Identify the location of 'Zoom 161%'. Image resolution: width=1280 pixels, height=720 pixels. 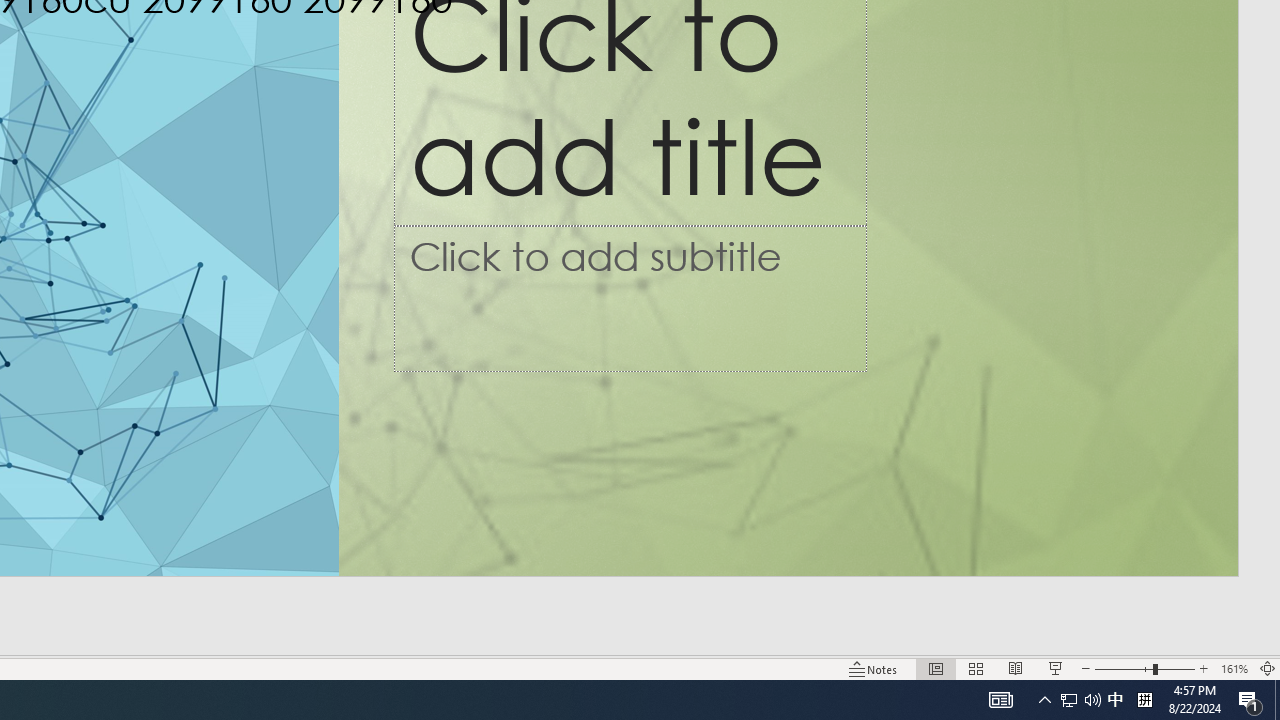
(1233, 669).